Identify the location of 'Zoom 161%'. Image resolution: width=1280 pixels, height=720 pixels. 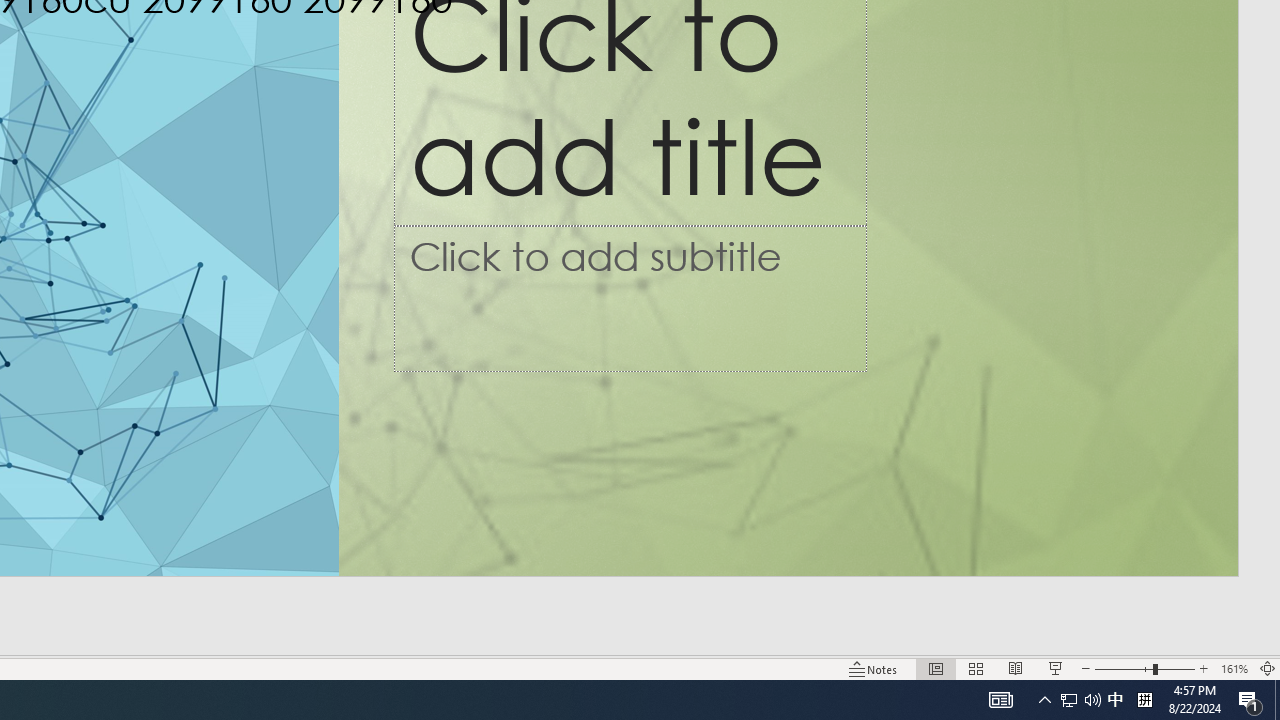
(1233, 669).